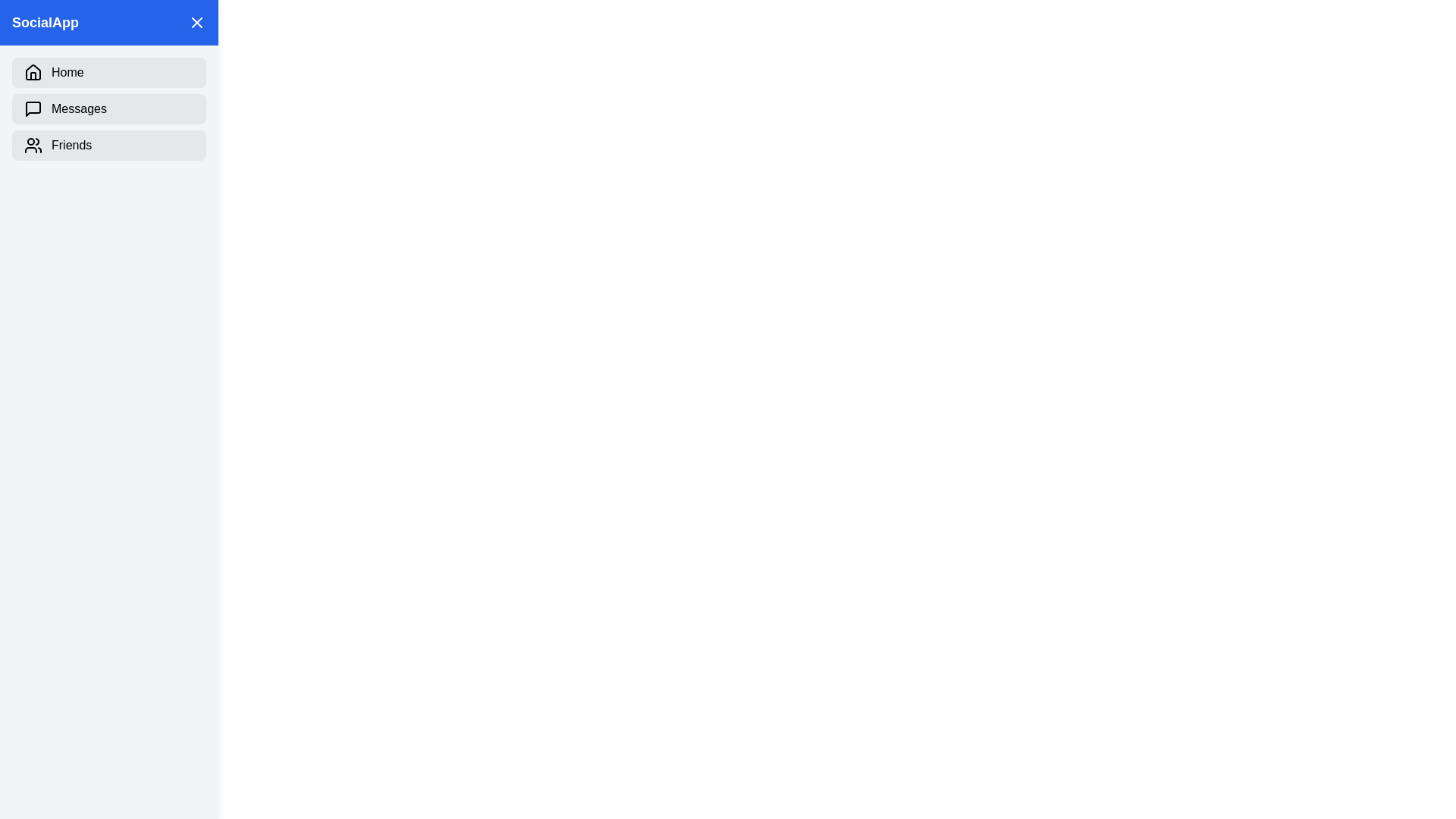 This screenshot has width=1456, height=819. What do you see at coordinates (108, 146) in the screenshot?
I see `the navigation item labeled Friends in the sidebar to observe the hover effect` at bounding box center [108, 146].